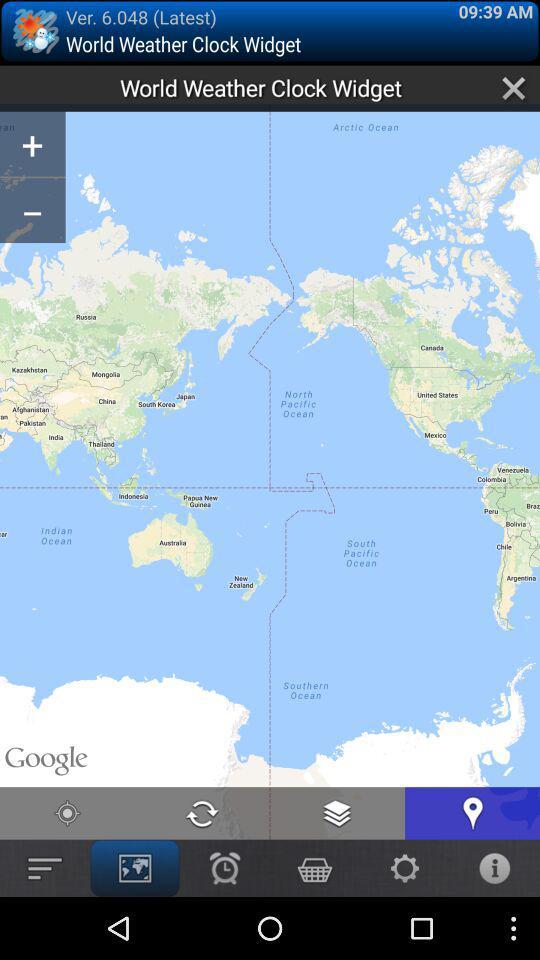 Image resolution: width=540 pixels, height=960 pixels. Describe the element at coordinates (494, 867) in the screenshot. I see `the icon which indicates information symbol` at that location.